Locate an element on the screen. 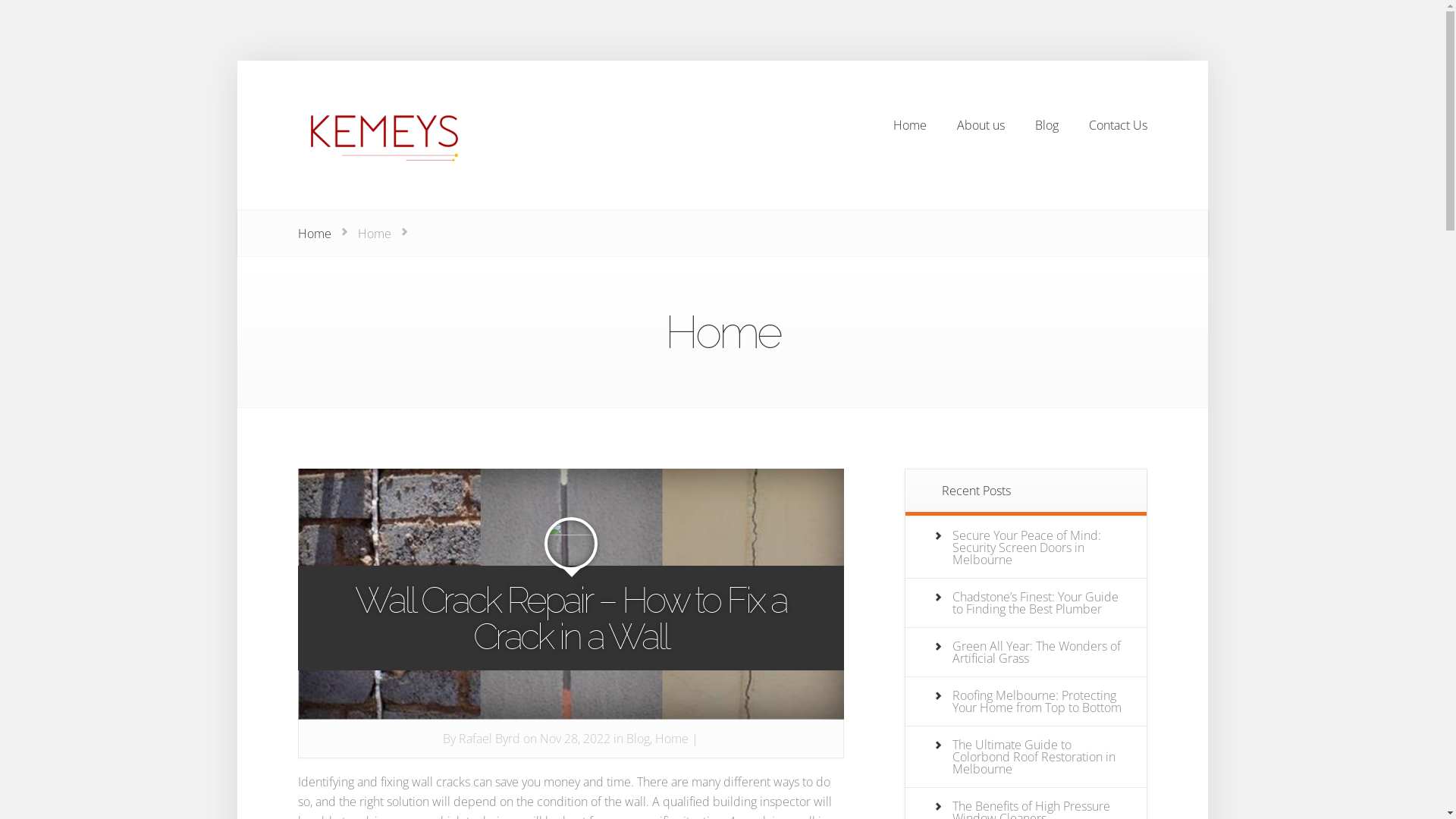 The height and width of the screenshot is (819, 1456). 'Green All Year: The Wonders of Artificial Grass' is located at coordinates (952, 651).